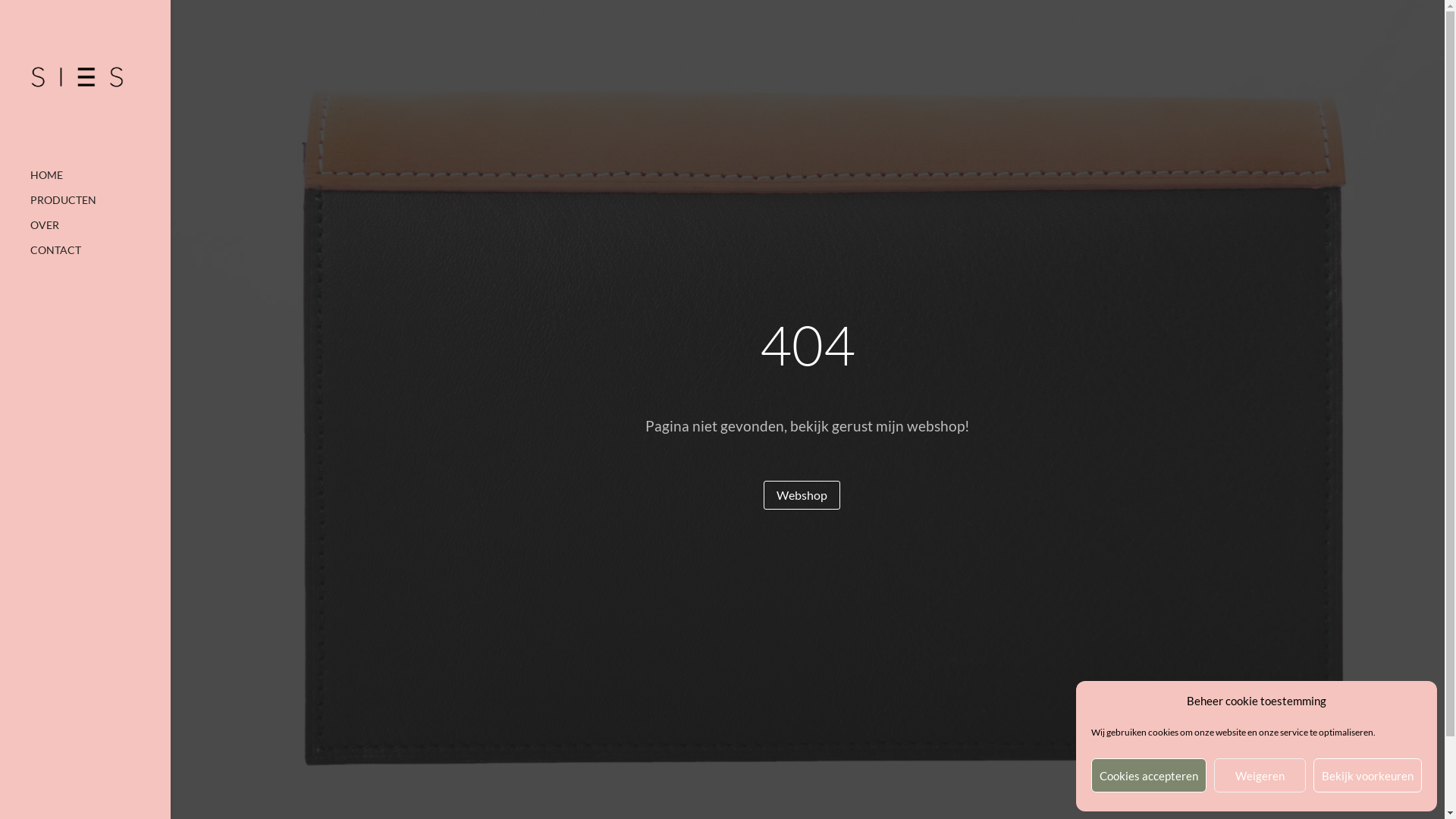  I want to click on 'OVER', so click(99, 232).